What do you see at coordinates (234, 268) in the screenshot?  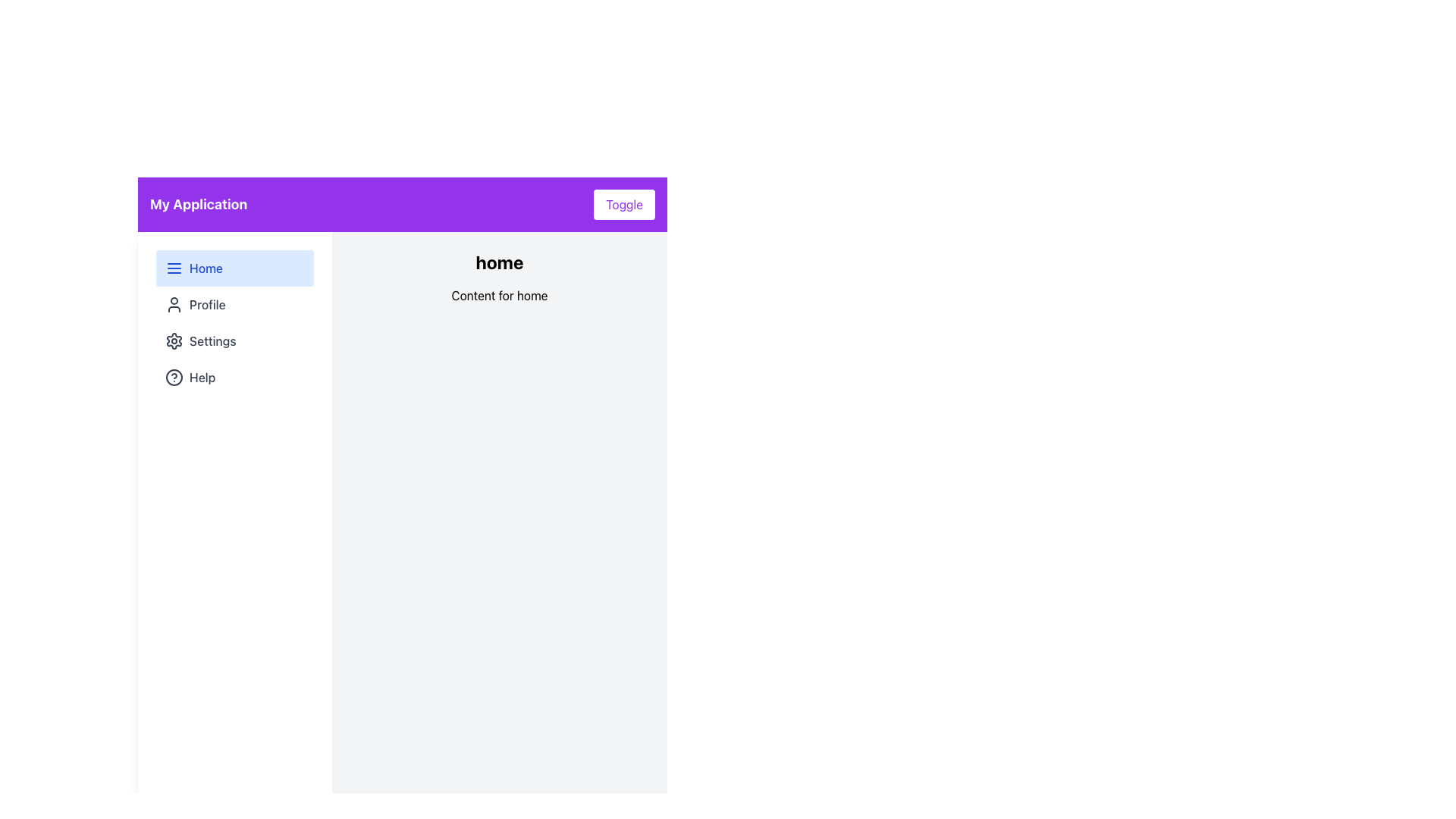 I see `the 'Home' button in the left sidebar` at bounding box center [234, 268].